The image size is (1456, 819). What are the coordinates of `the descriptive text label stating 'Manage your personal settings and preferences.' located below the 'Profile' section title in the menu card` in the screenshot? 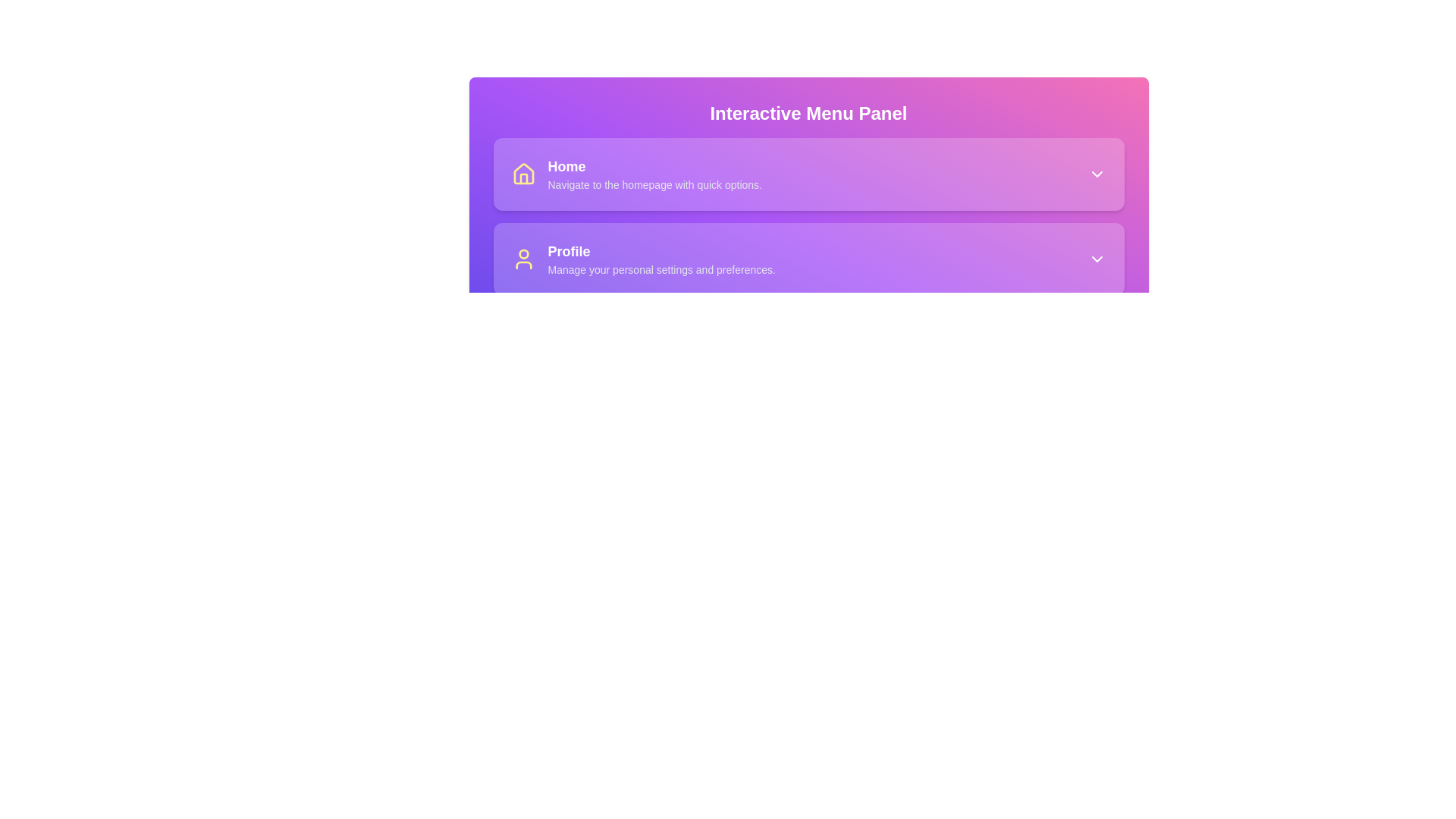 It's located at (661, 268).